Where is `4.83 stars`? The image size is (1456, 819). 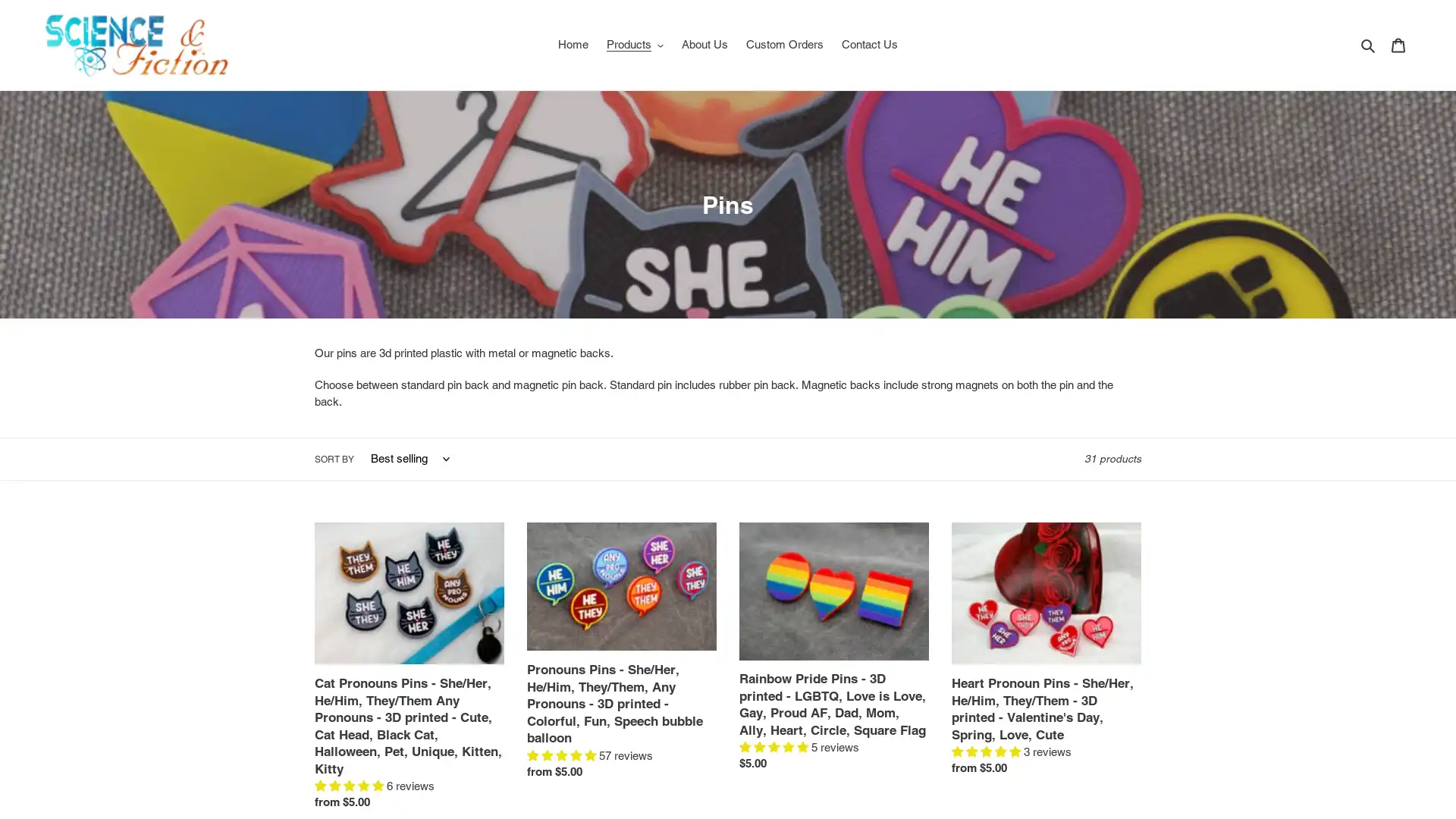 4.83 stars is located at coordinates (350, 785).